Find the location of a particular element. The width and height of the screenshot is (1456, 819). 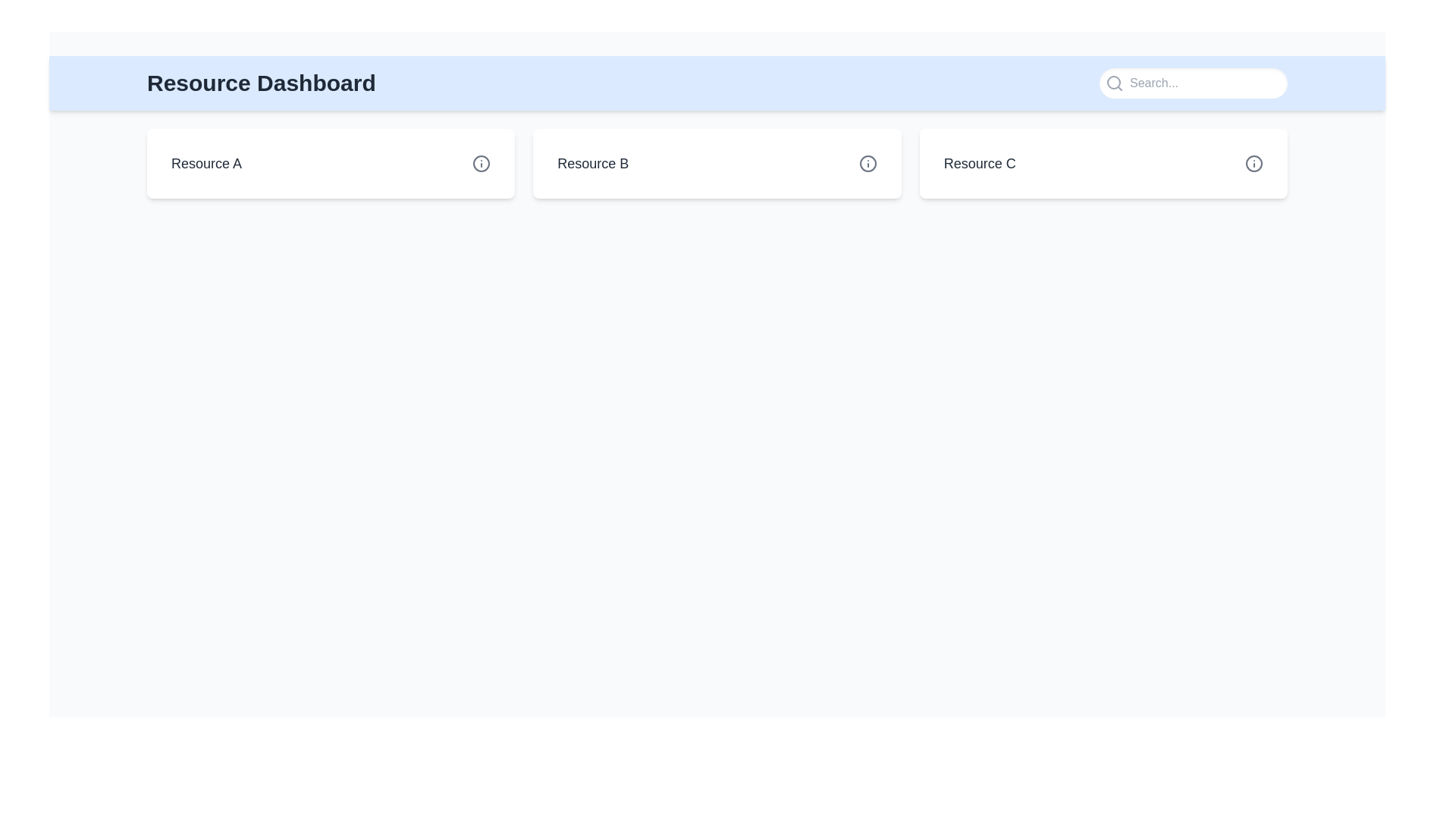

the SVG circle element that forms the circular part of the magnifying glass illustration, located near the top-right corner of the interface is located at coordinates (1113, 82).